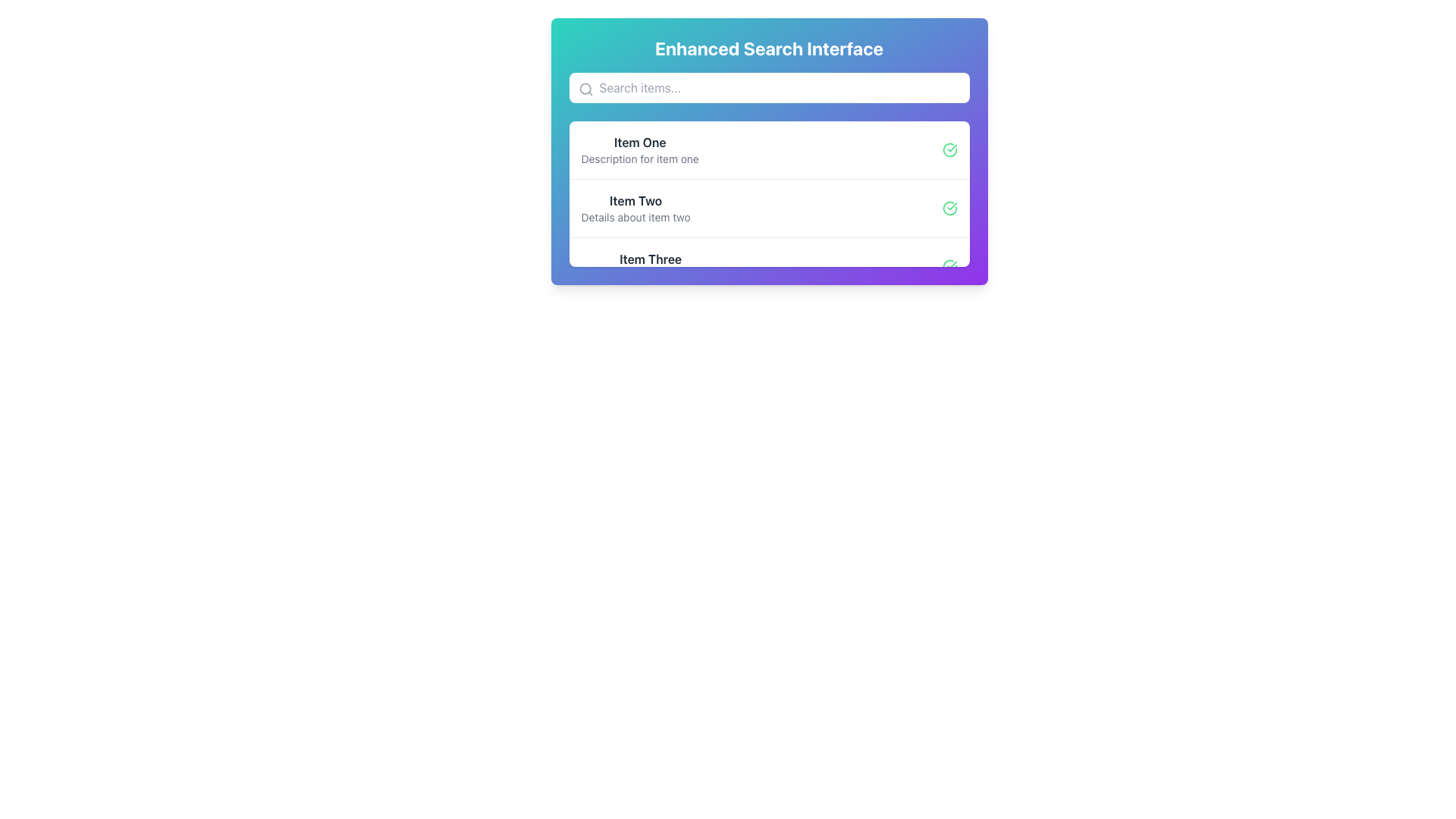 This screenshot has width=1456, height=819. What do you see at coordinates (949, 208) in the screenshot?
I see `the visual indicator icon that marks the item as selected, verified, or completed, located to the right of the textual description in the second item of a vertical list` at bounding box center [949, 208].